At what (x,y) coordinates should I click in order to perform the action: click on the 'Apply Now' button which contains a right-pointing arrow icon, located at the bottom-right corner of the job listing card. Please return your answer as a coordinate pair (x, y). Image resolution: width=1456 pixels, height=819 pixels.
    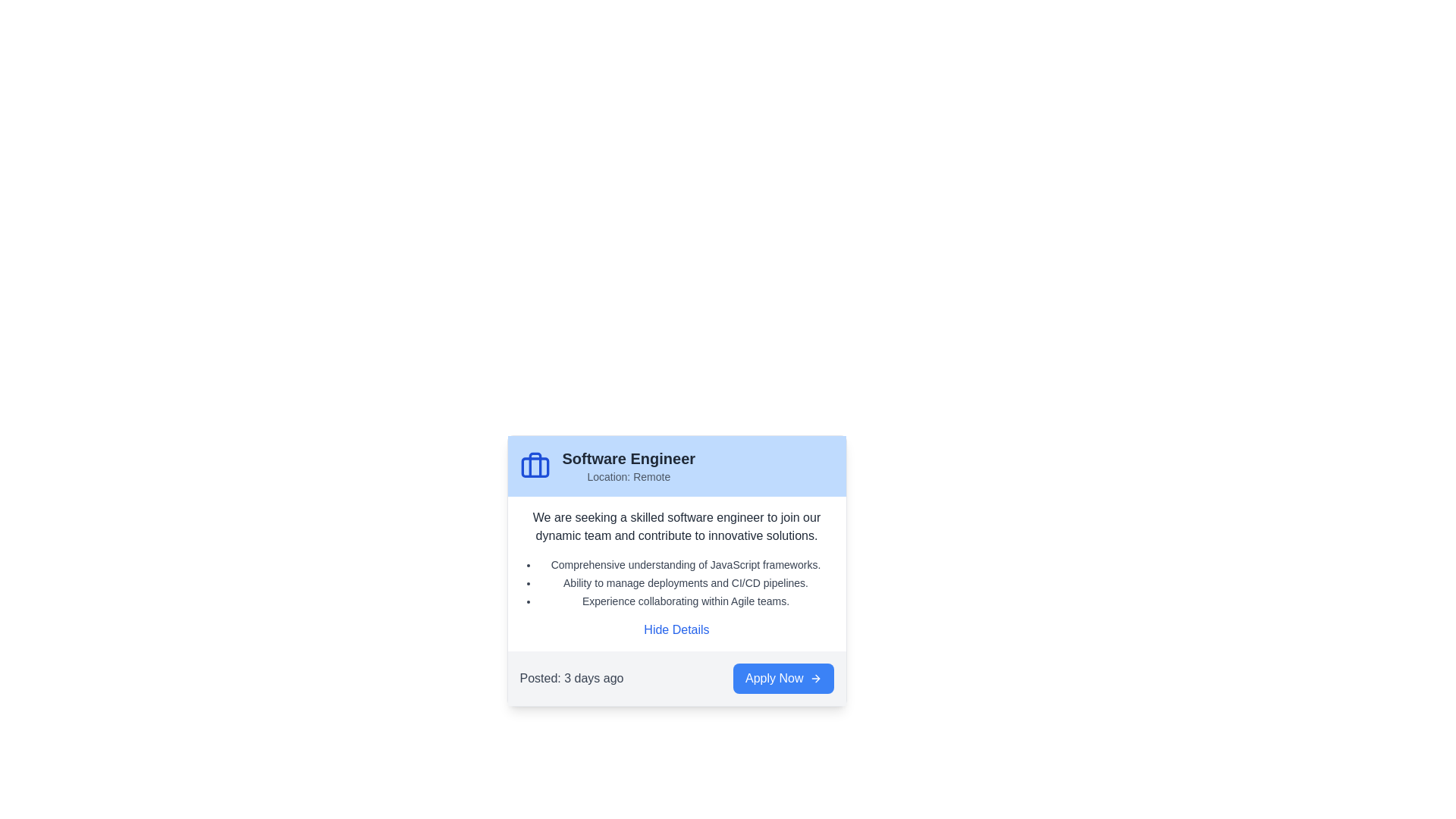
    Looking at the image, I should click on (814, 677).